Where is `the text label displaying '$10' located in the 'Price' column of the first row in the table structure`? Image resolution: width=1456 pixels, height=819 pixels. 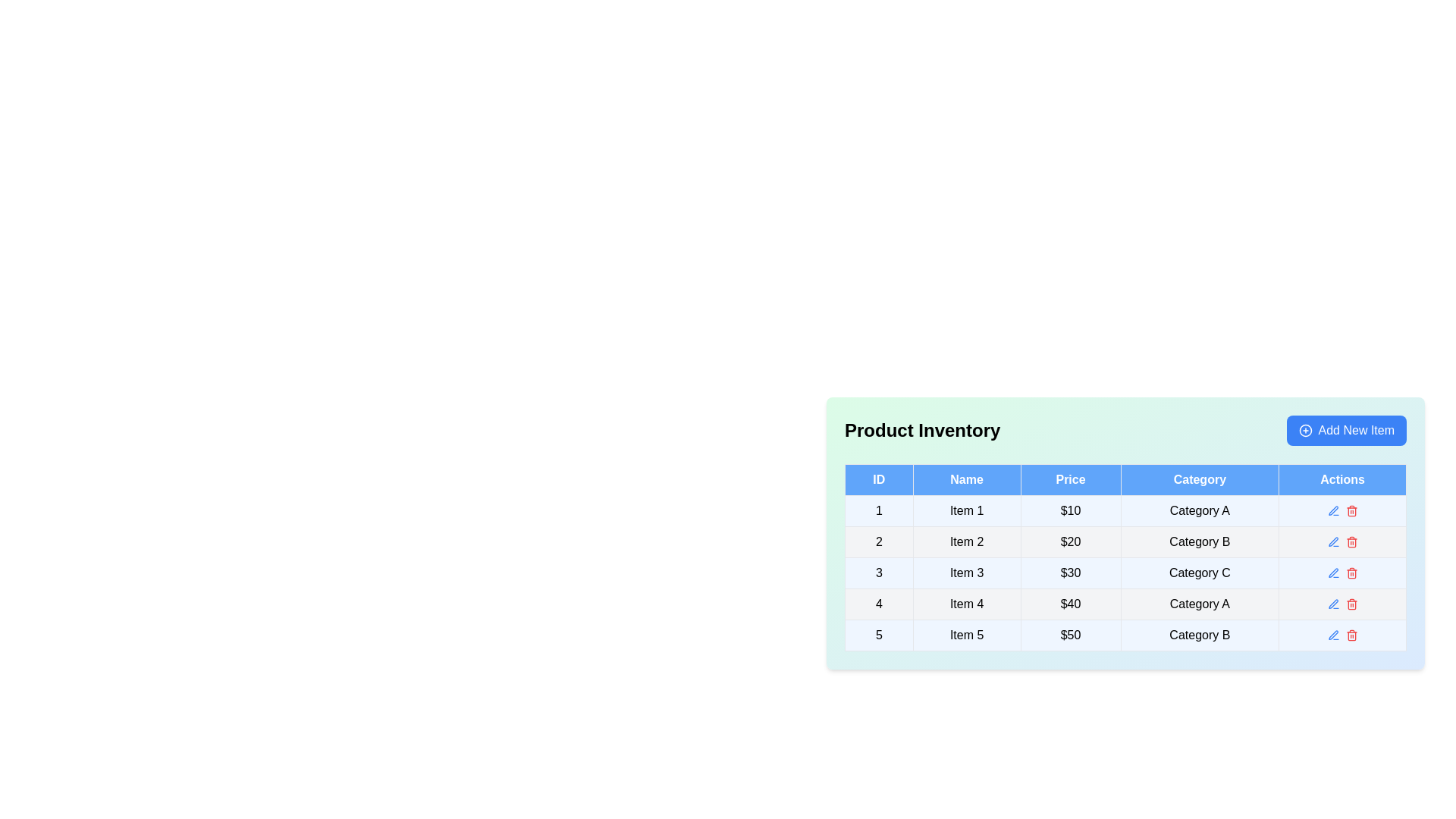
the text label displaying '$10' located in the 'Price' column of the first row in the table structure is located at coordinates (1069, 511).